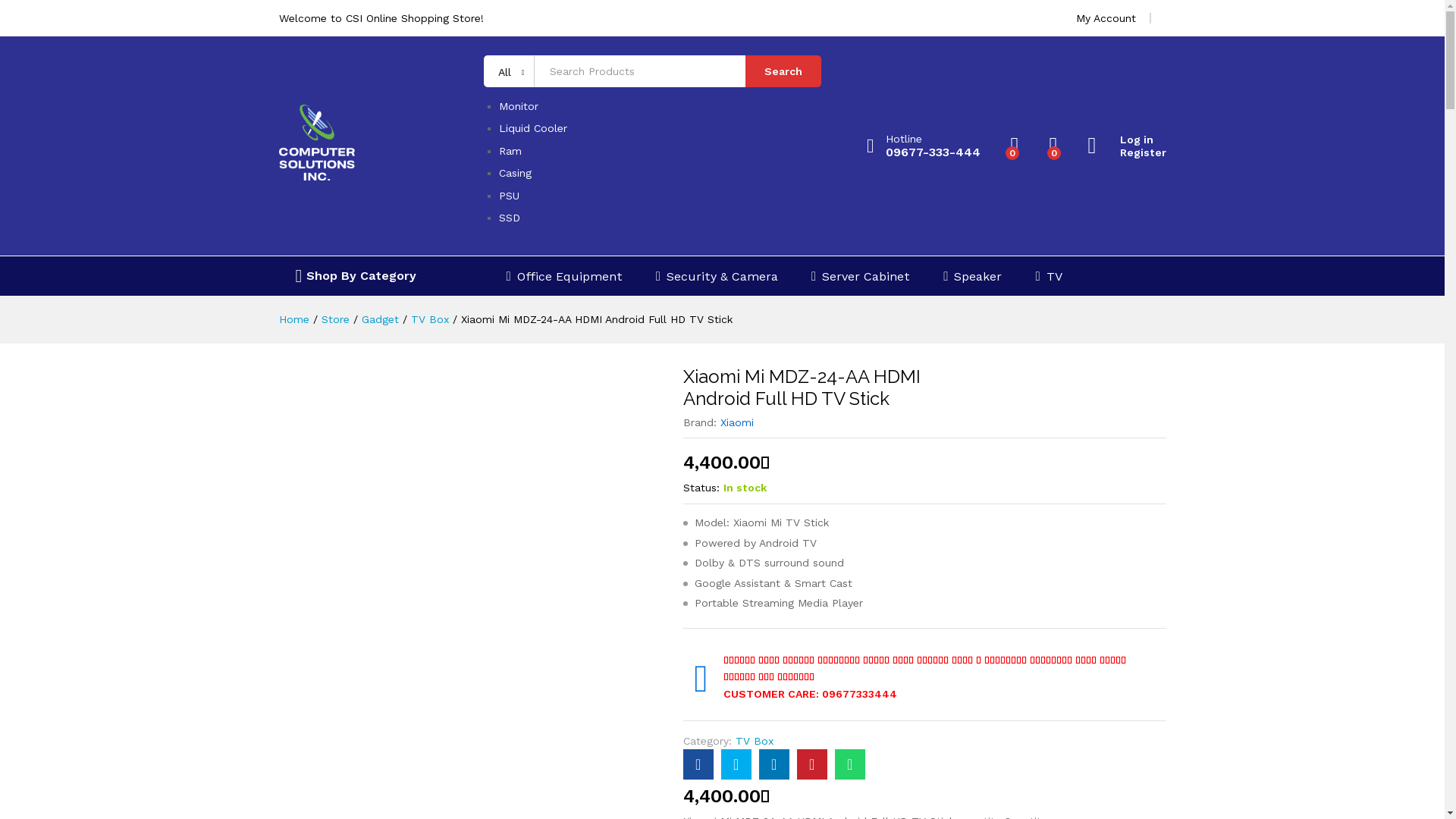 The height and width of the screenshot is (819, 1456). What do you see at coordinates (736, 764) in the screenshot?
I see `'Xiaomi+Mi+MDZ-24-AA+HDMI+Android+Full+HD+TV+Stick'` at bounding box center [736, 764].